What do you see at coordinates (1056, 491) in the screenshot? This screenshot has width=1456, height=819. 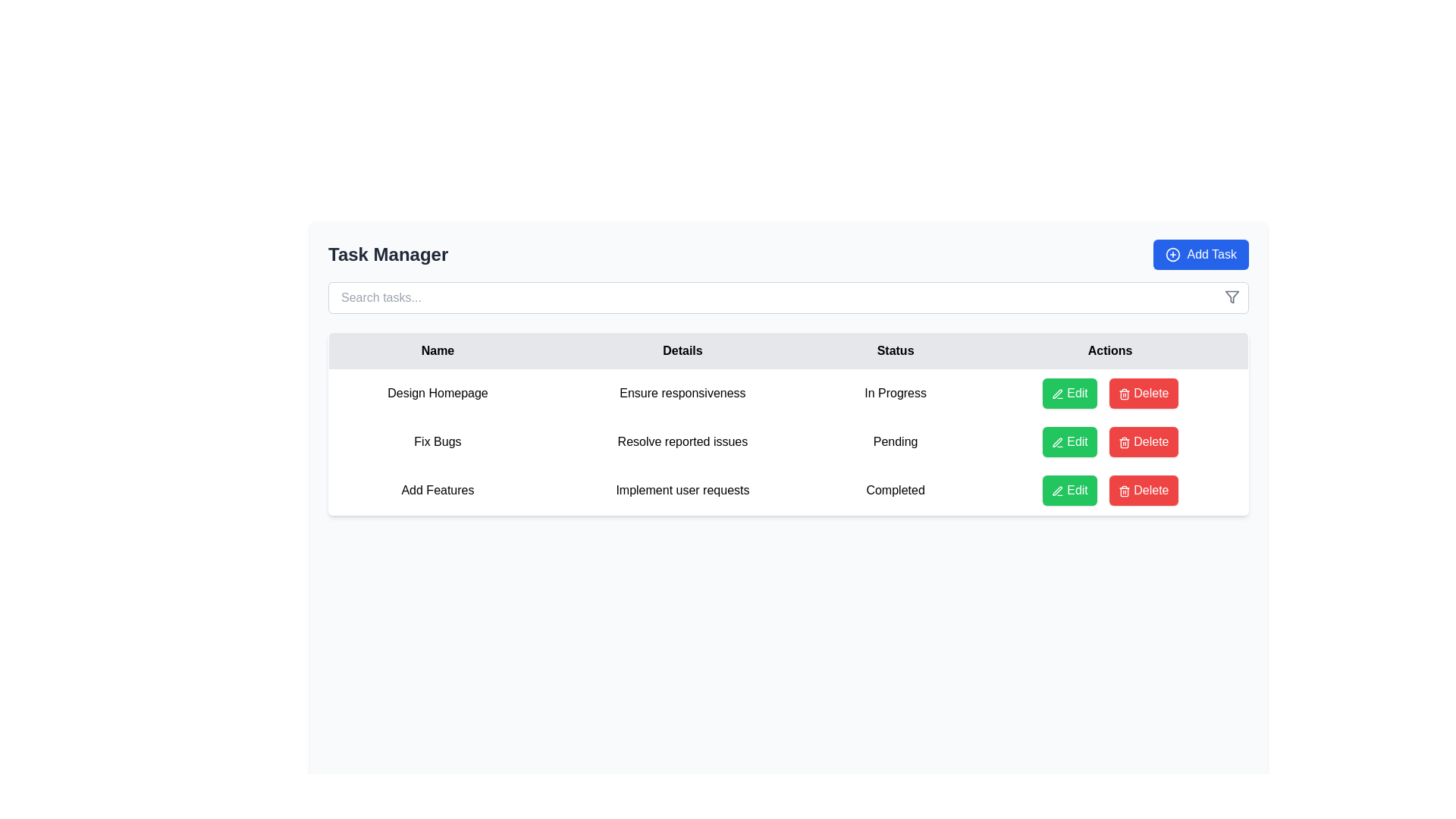 I see `the 'Edit' button, which is a green button containing a pen icon and the text label 'Edit', located in the 'Actions' column of the 'Completed' row in the table` at bounding box center [1056, 491].